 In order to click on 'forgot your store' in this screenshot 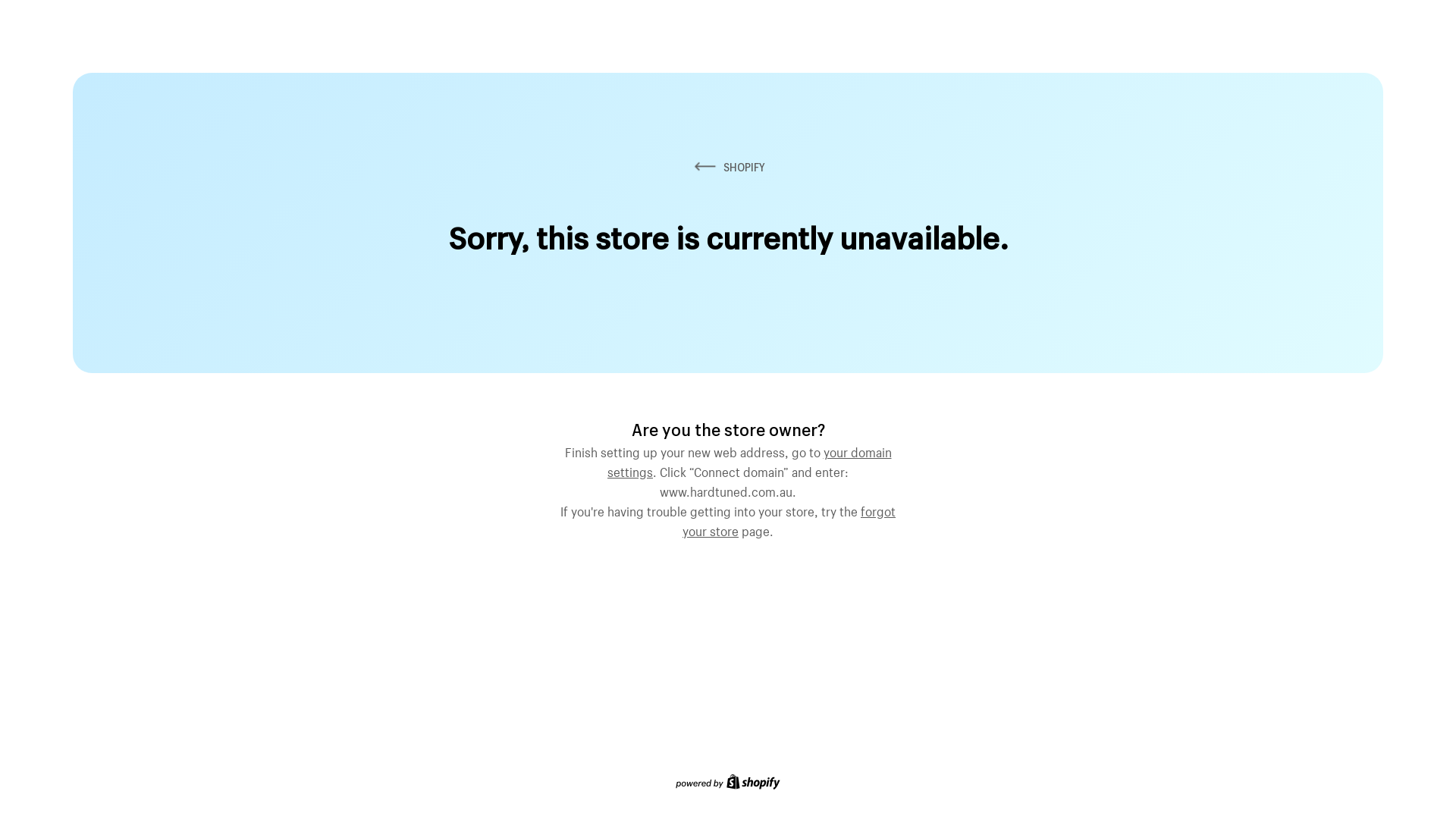, I will do `click(789, 519)`.